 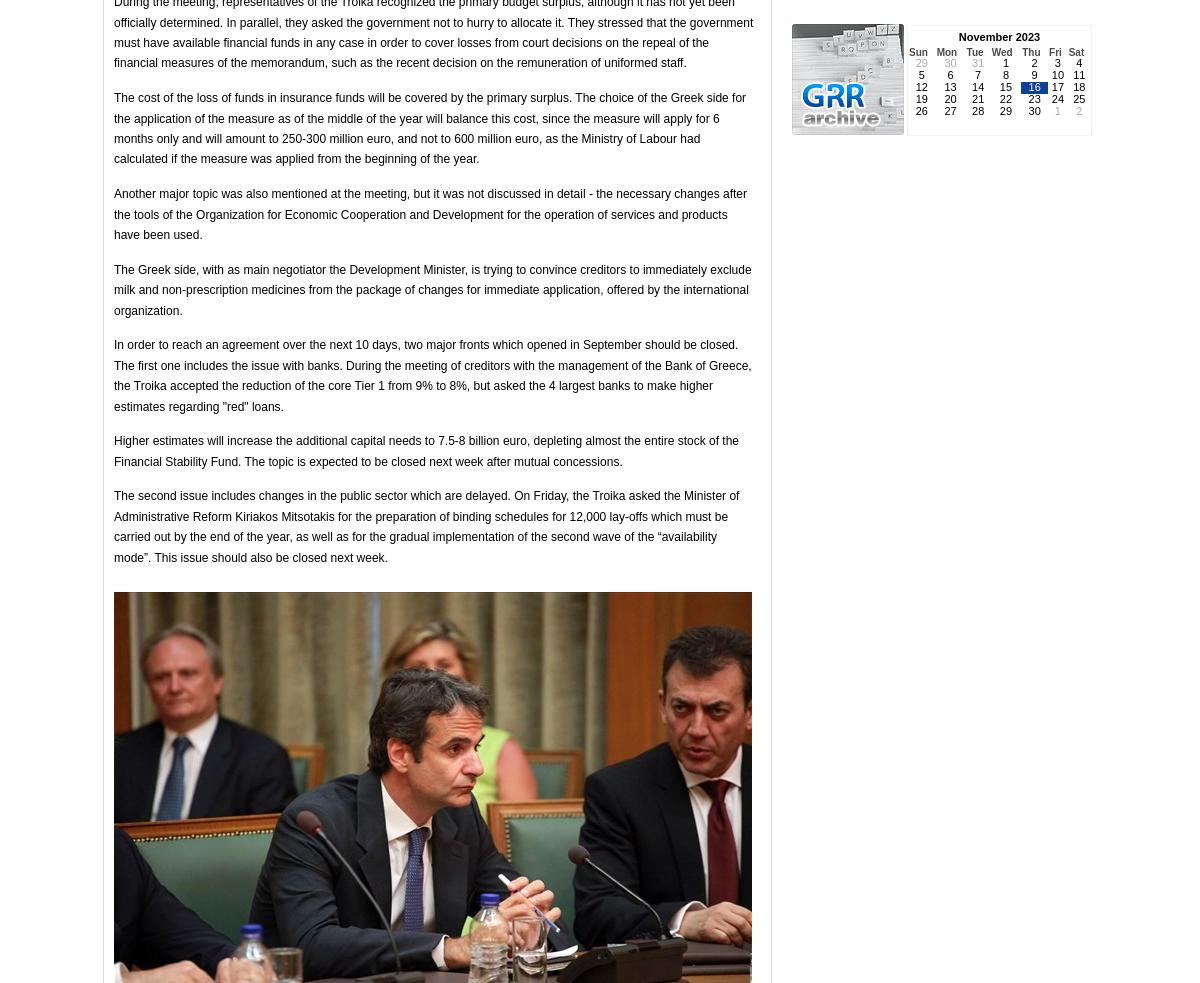 I want to click on 'Higher estimates will increase the additional capital needs to 7.5-8 billion euro, depleting almost the entire stock of the Financial Stability Fund. The topic is expected to be closed next week after mutual concessions.', so click(x=426, y=450).